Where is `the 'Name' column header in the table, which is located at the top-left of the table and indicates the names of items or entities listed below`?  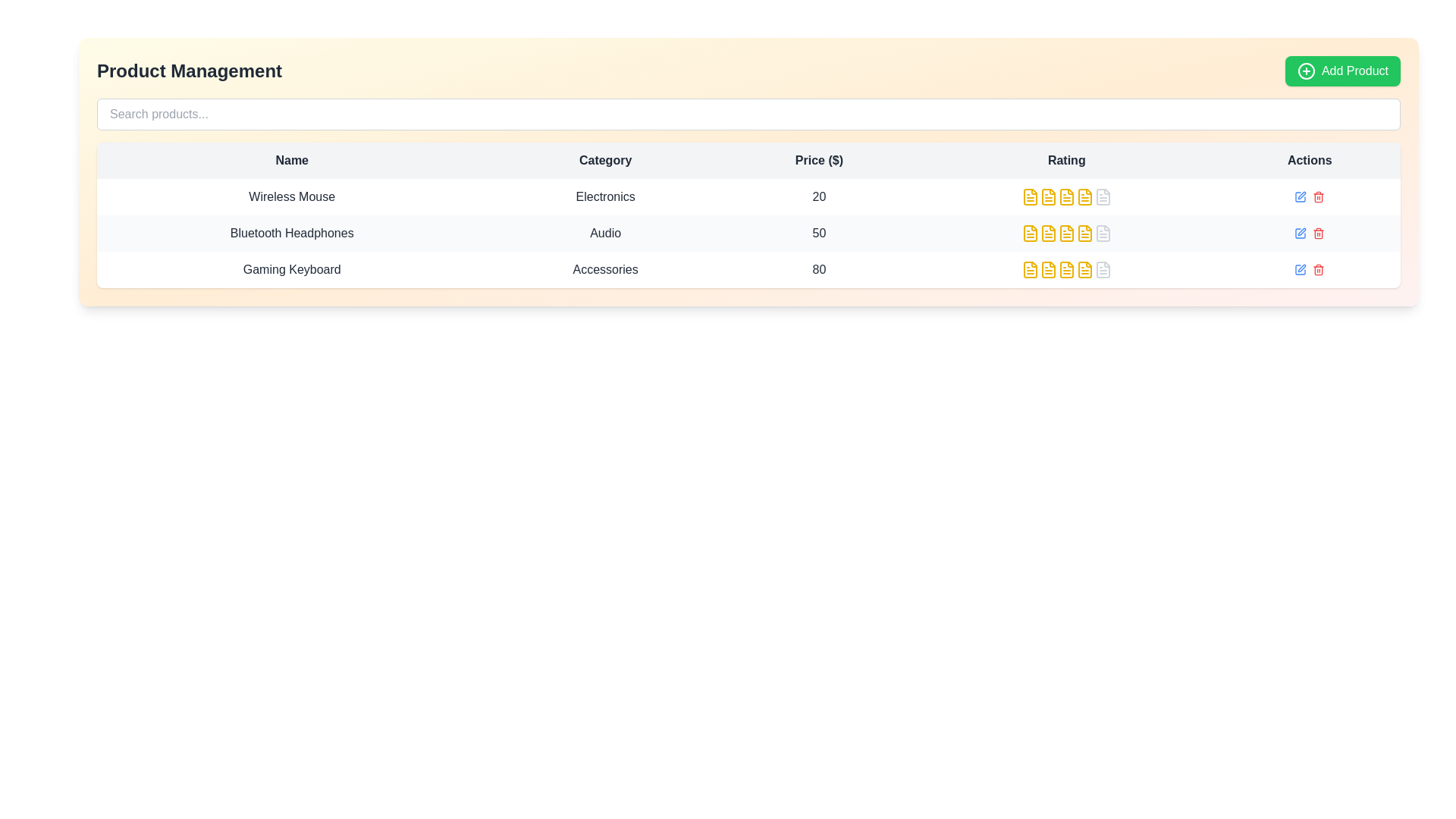 the 'Name' column header in the table, which is located at the top-left of the table and indicates the names of items or entities listed below is located at coordinates (292, 161).